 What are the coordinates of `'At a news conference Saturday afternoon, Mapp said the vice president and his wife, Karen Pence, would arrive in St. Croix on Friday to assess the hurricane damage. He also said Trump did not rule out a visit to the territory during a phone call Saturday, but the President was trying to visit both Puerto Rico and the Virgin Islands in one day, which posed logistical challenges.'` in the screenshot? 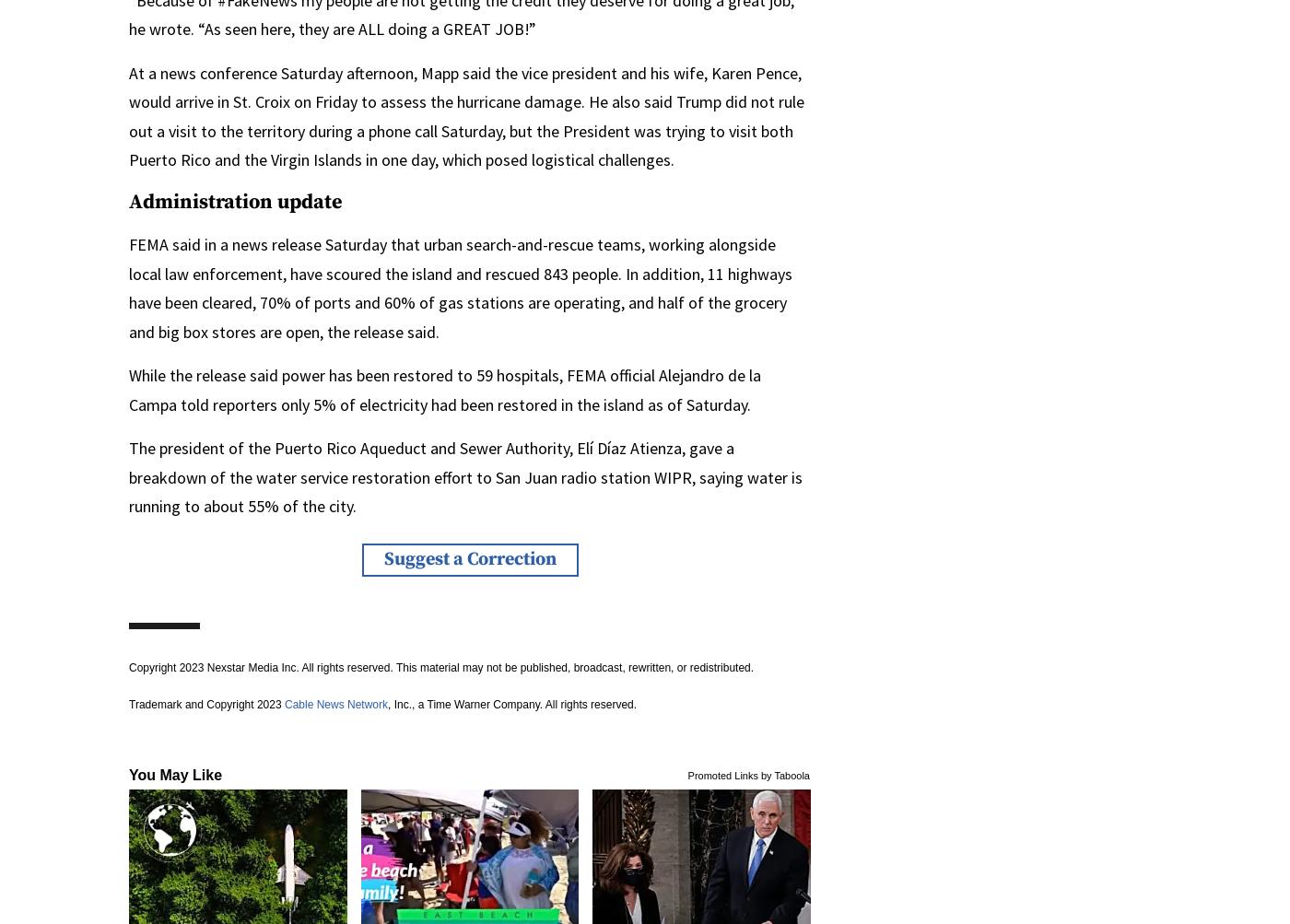 It's located at (466, 114).